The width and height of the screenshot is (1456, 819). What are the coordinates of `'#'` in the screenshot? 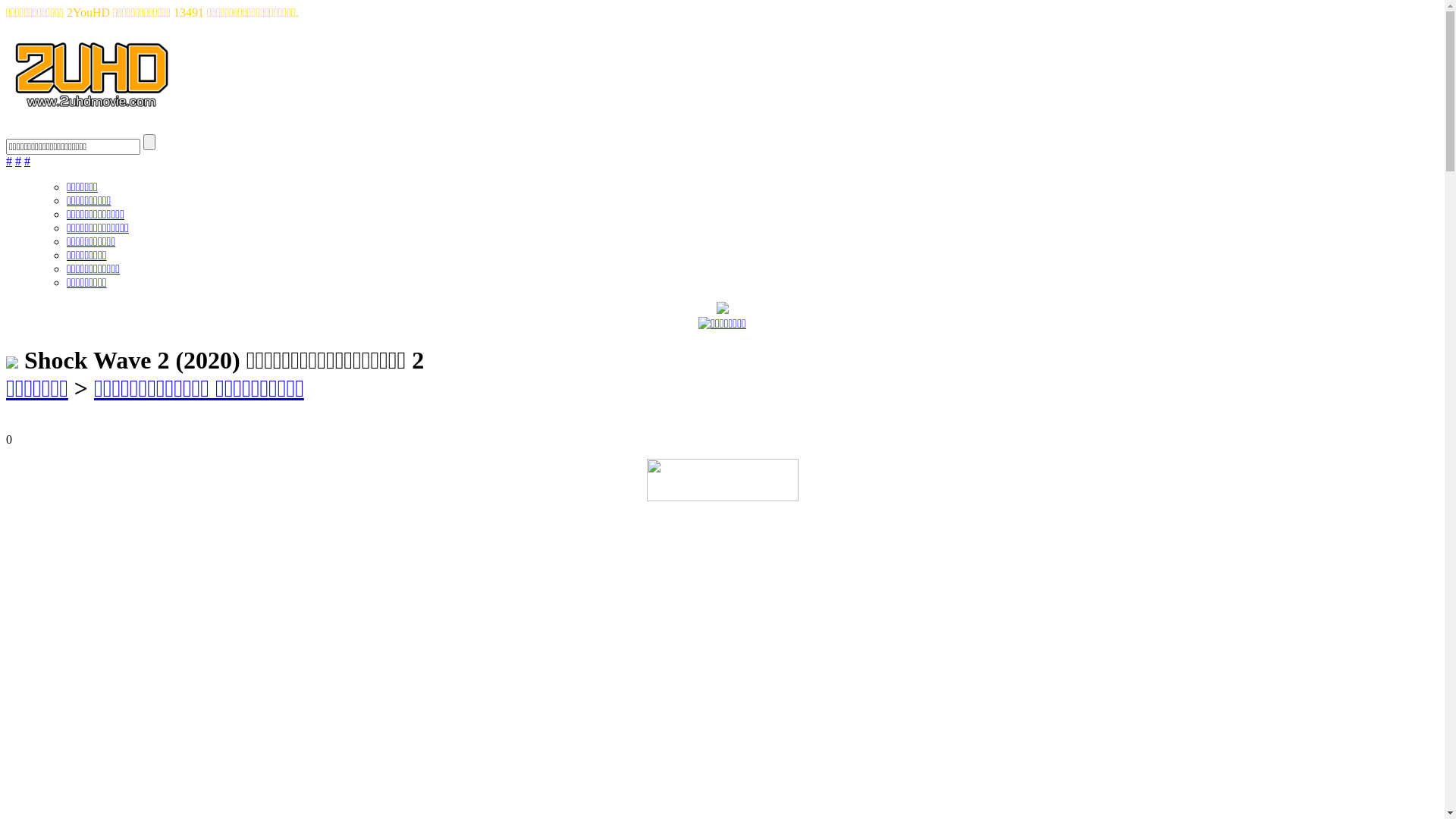 It's located at (18, 161).